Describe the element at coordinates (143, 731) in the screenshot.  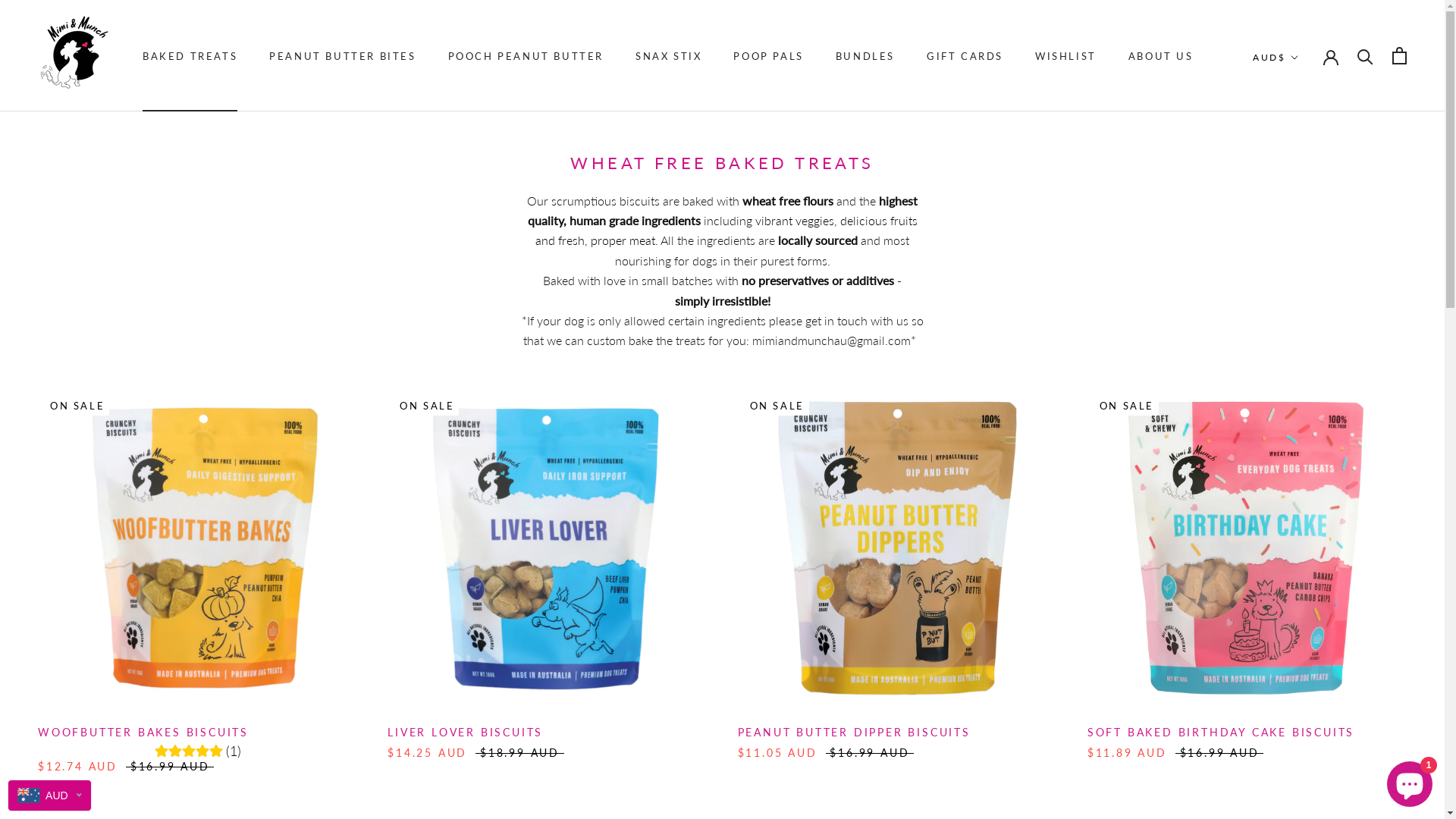
I see `'WOOFBUTTER BAKES BISCUITS'` at that location.